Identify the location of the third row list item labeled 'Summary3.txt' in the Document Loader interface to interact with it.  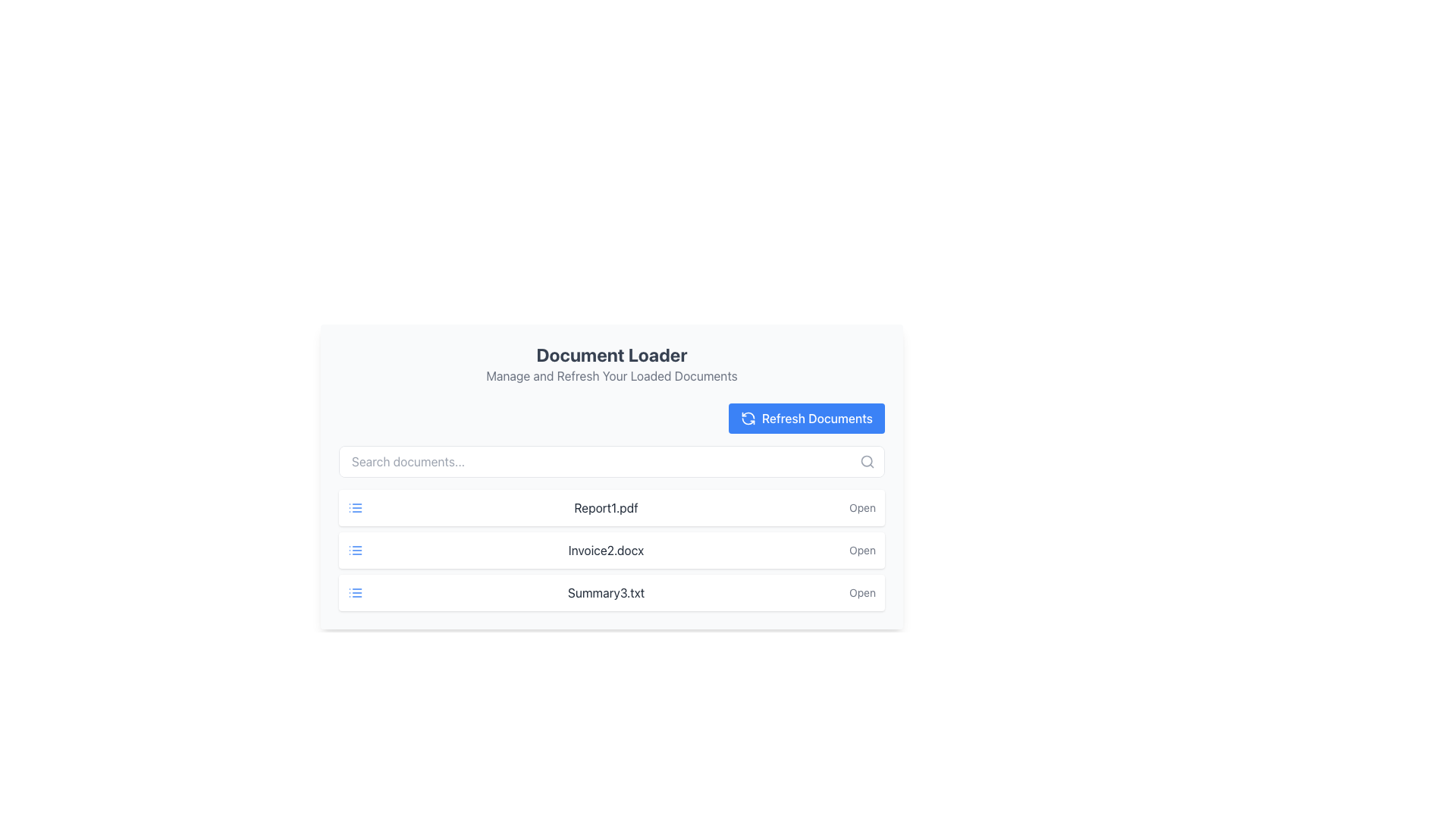
(611, 592).